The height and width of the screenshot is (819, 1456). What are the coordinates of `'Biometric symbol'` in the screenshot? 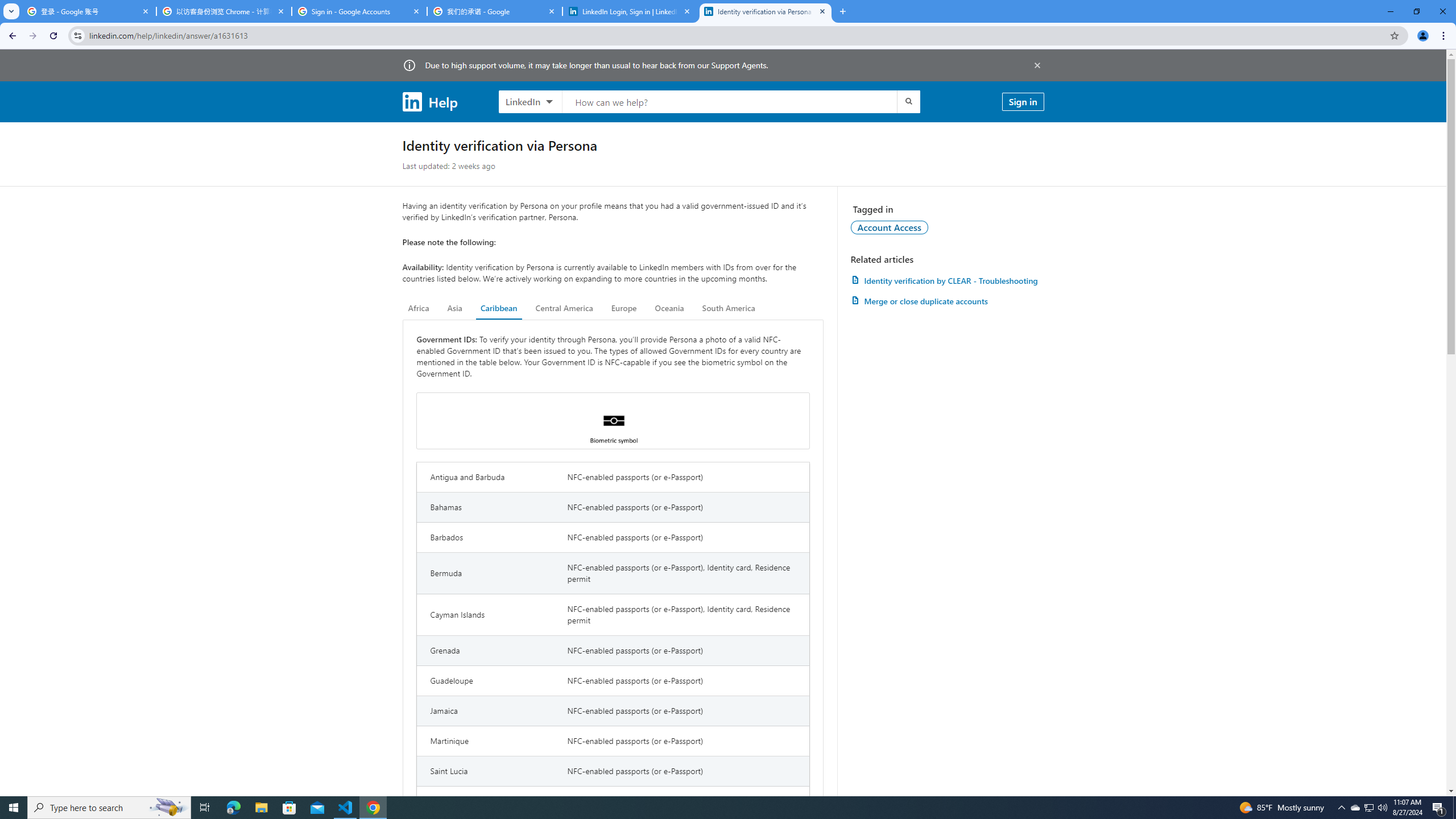 It's located at (612, 420).